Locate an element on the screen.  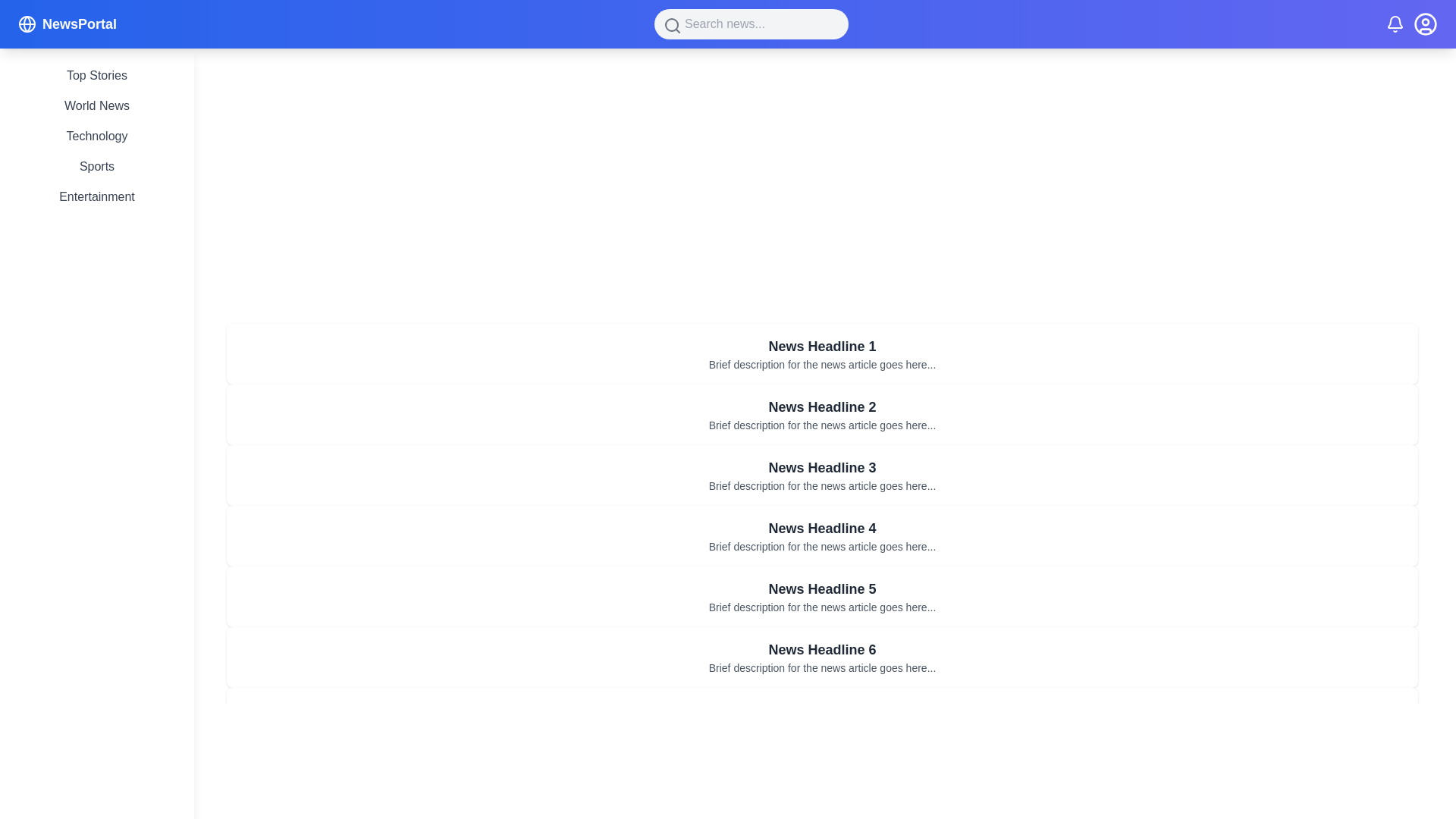
the 'World News' clickable text link in the vertical sidebar menu to change its color from gray to indigo is located at coordinates (96, 105).